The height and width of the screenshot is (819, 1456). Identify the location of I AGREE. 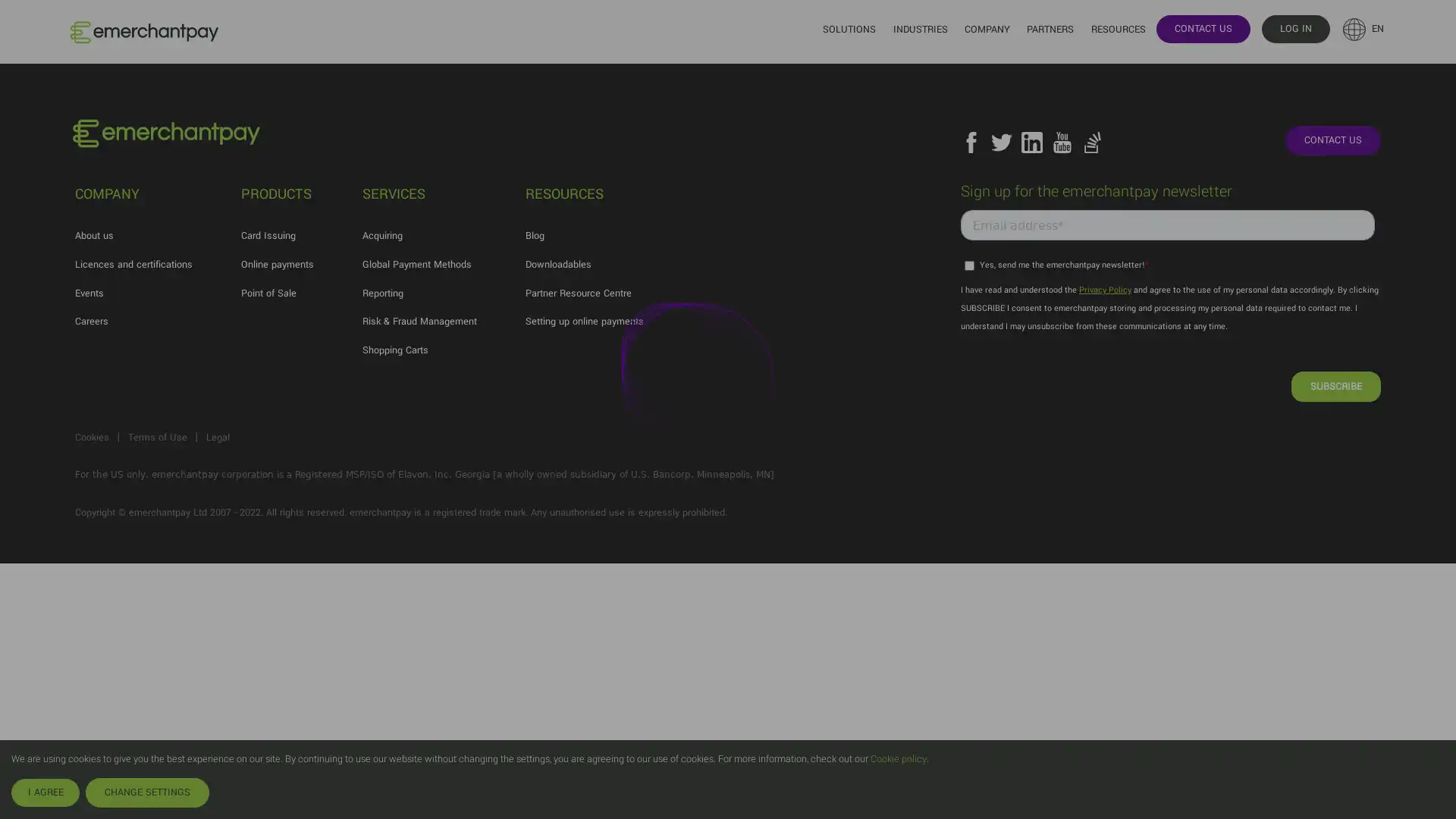
(45, 792).